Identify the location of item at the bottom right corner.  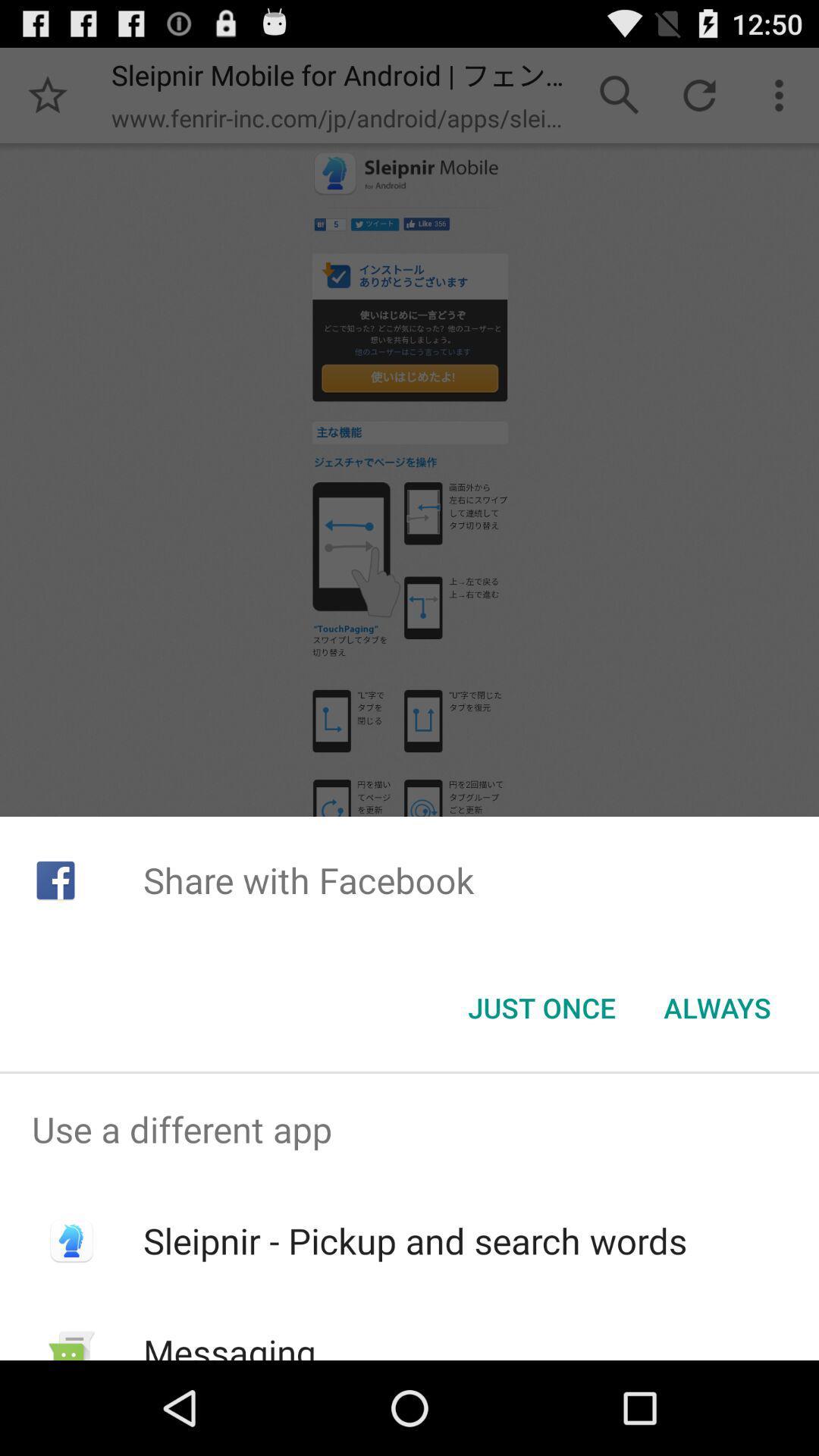
(717, 1008).